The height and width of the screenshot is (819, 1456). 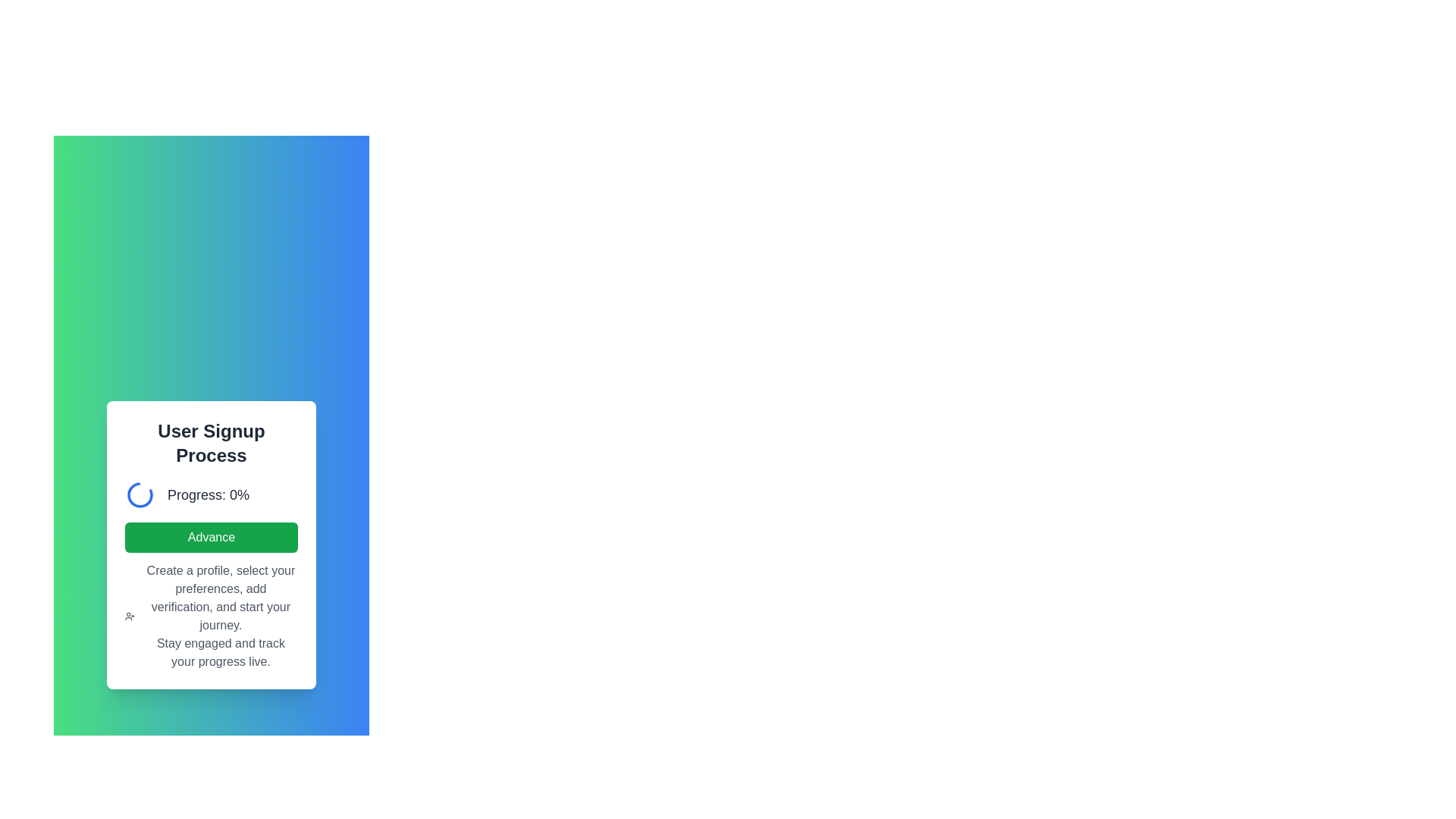 I want to click on the 'Advance' button located within the 'User Signup Process' card, positioned below the 'Progress: 0%' indicator to proceed to the next step, so click(x=210, y=537).